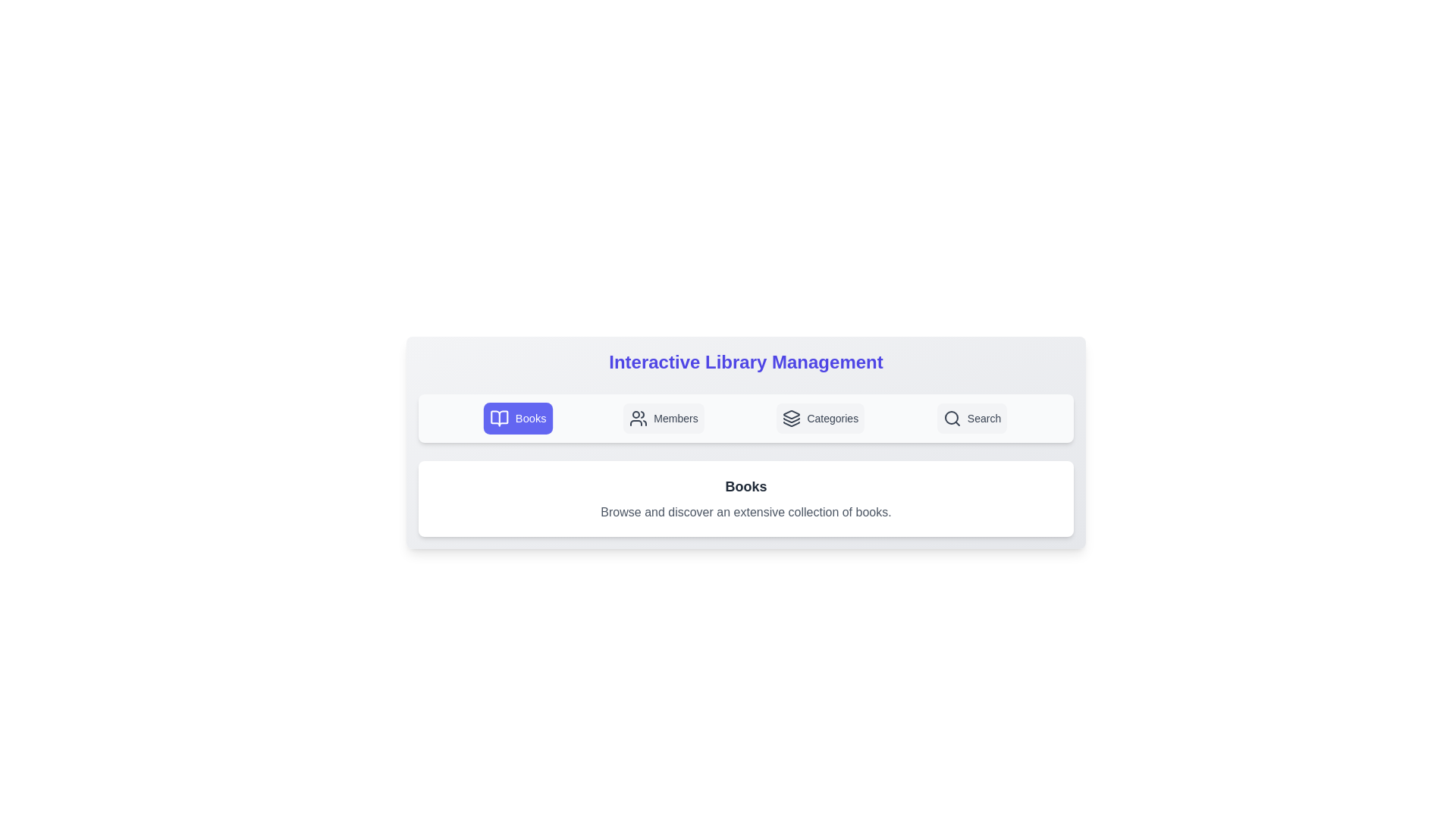 This screenshot has height=819, width=1456. What do you see at coordinates (664, 418) in the screenshot?
I see `the 'Members' Navigation Button, which features a user group icon and is located between the 'Books' and 'Categories' buttons in the horizontal navigation bar` at bounding box center [664, 418].